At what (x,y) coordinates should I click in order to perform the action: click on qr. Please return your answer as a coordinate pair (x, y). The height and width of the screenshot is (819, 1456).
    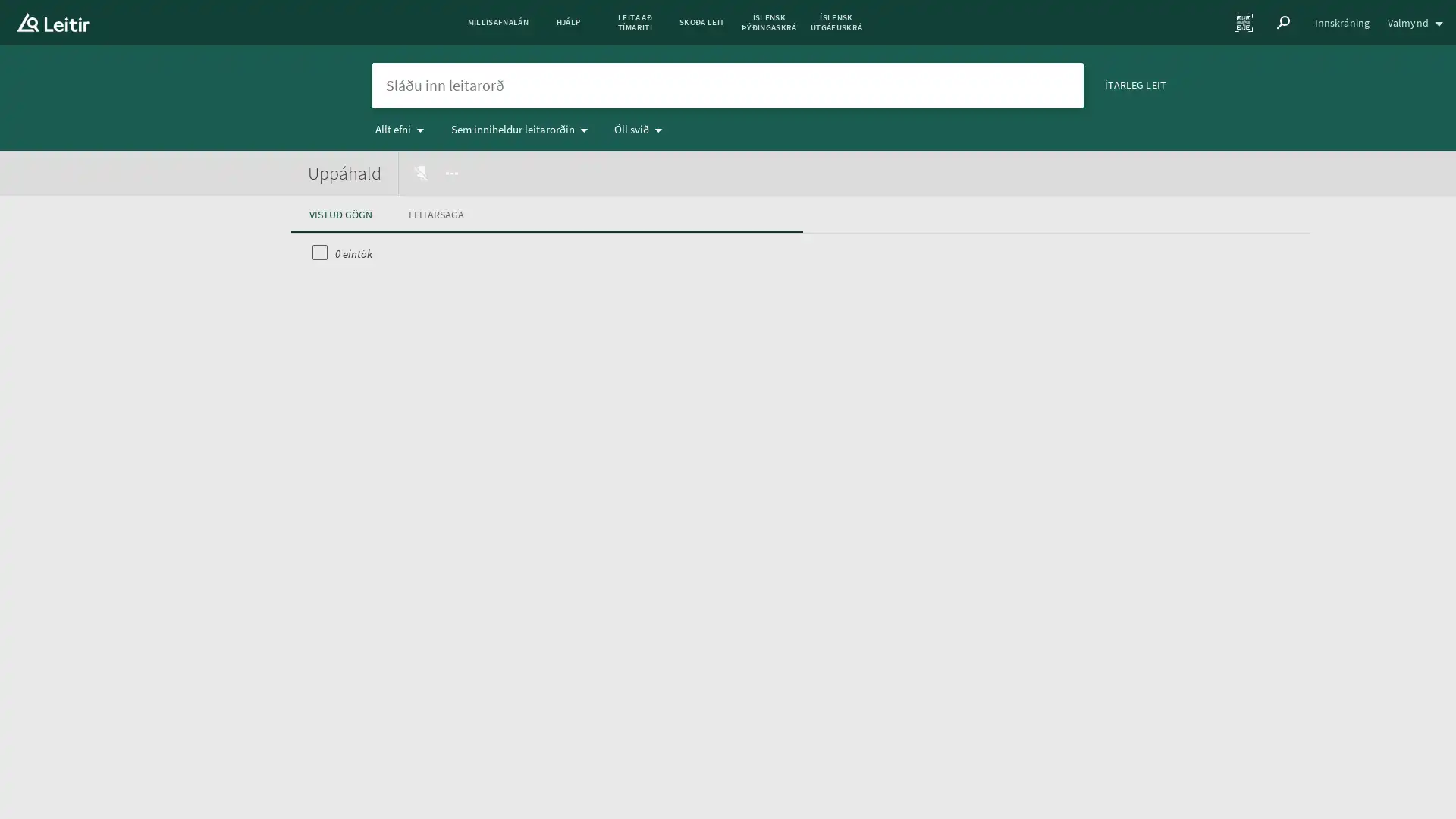
    Looking at the image, I should click on (1244, 23).